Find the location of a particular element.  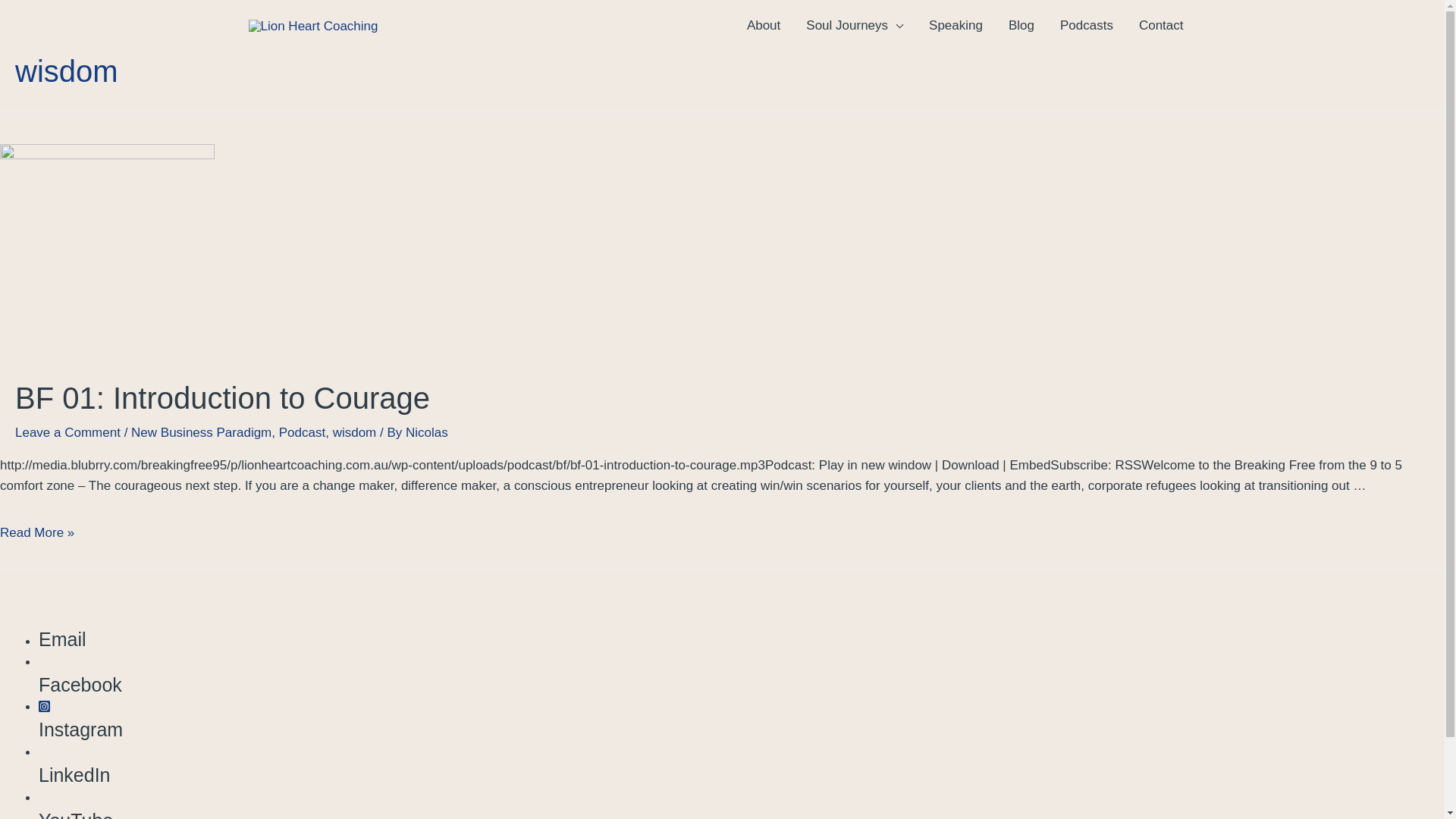

'BF 01: Introduction to Courage' is located at coordinates (221, 397).